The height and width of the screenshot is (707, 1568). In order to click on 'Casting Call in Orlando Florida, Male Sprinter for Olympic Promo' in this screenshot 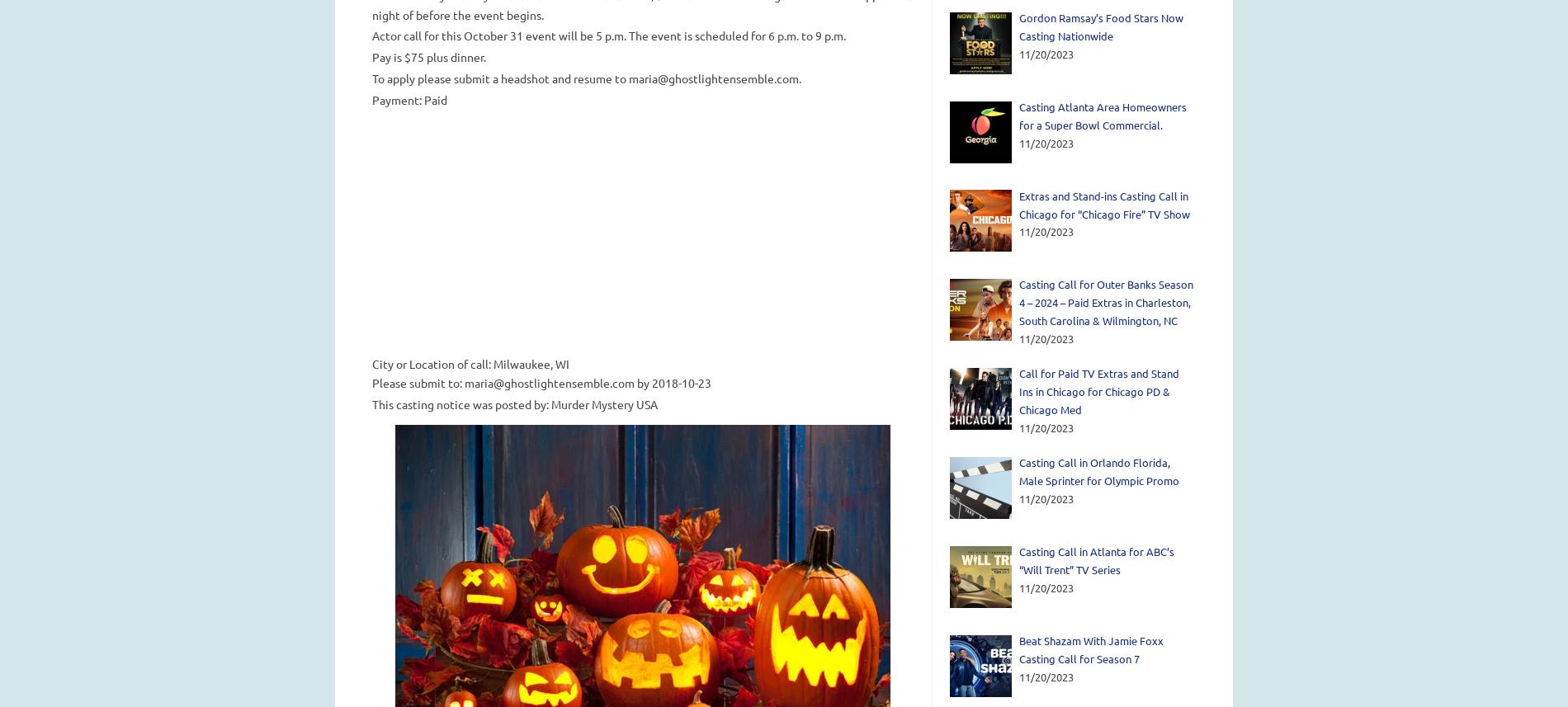, I will do `click(1018, 471)`.